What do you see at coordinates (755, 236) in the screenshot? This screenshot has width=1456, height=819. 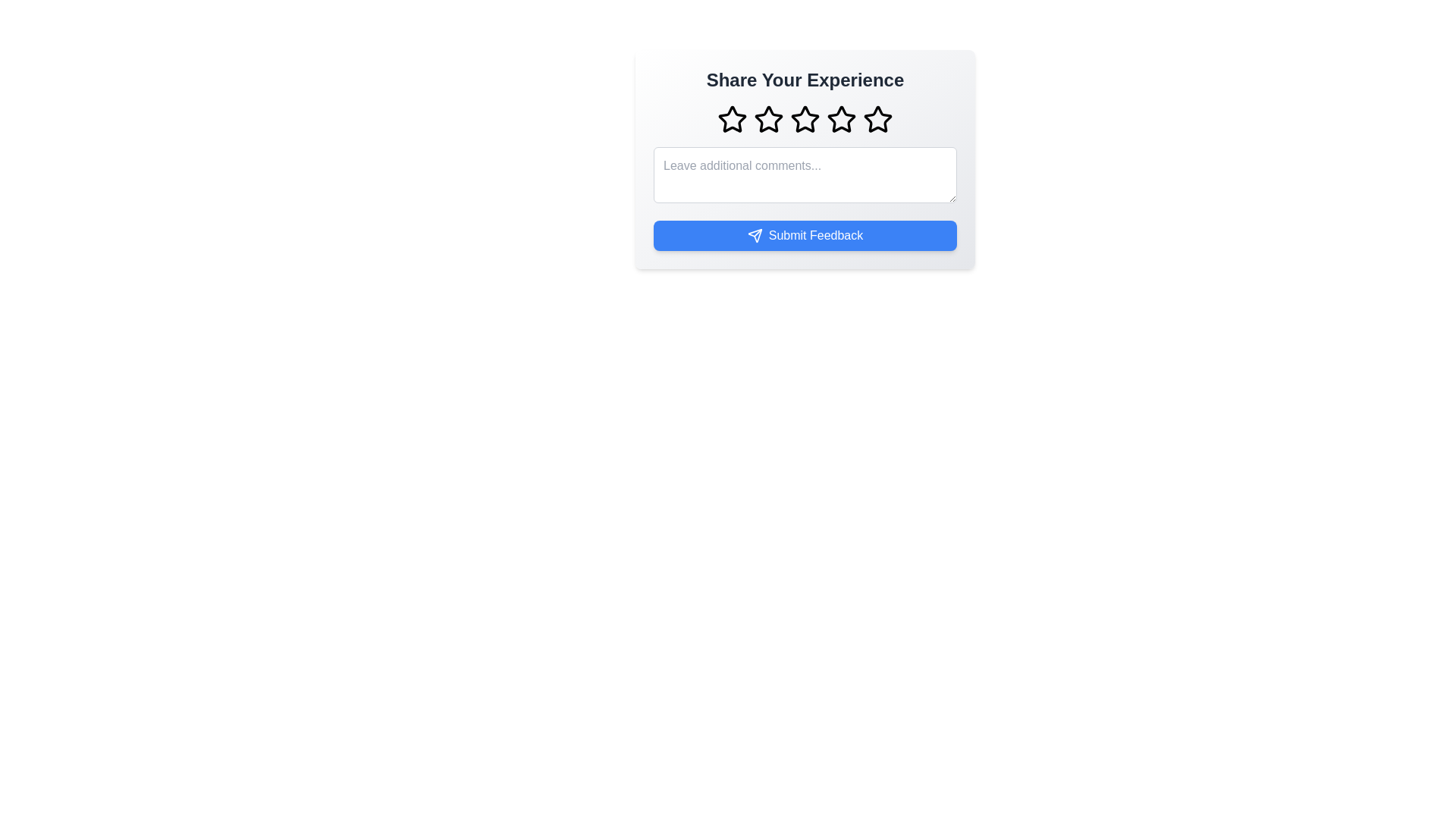 I see `the small send icon, which is a paper plane symbol in outline form, located to the left of the 'Submit Feedback' text label` at bounding box center [755, 236].